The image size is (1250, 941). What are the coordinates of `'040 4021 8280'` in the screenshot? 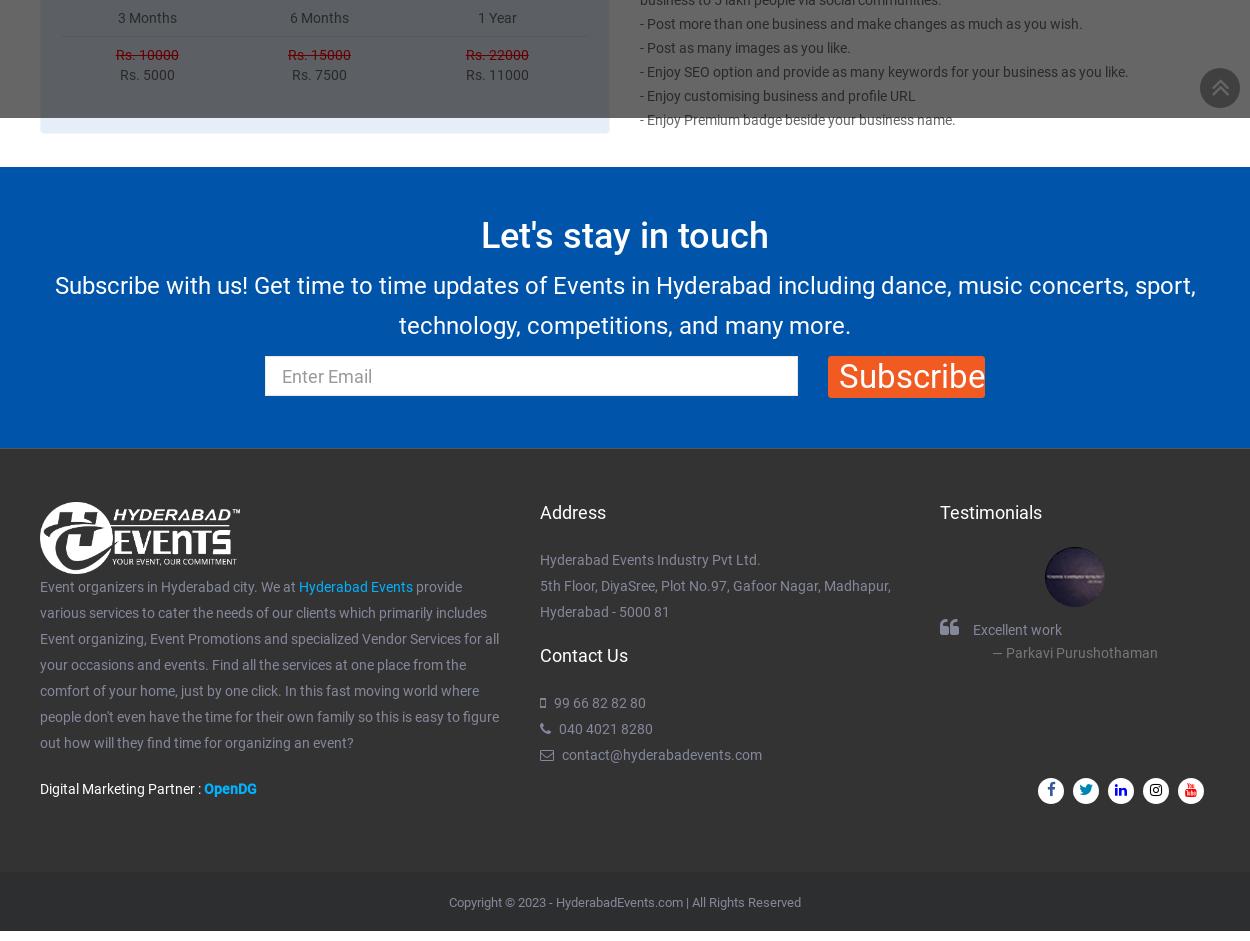 It's located at (603, 727).